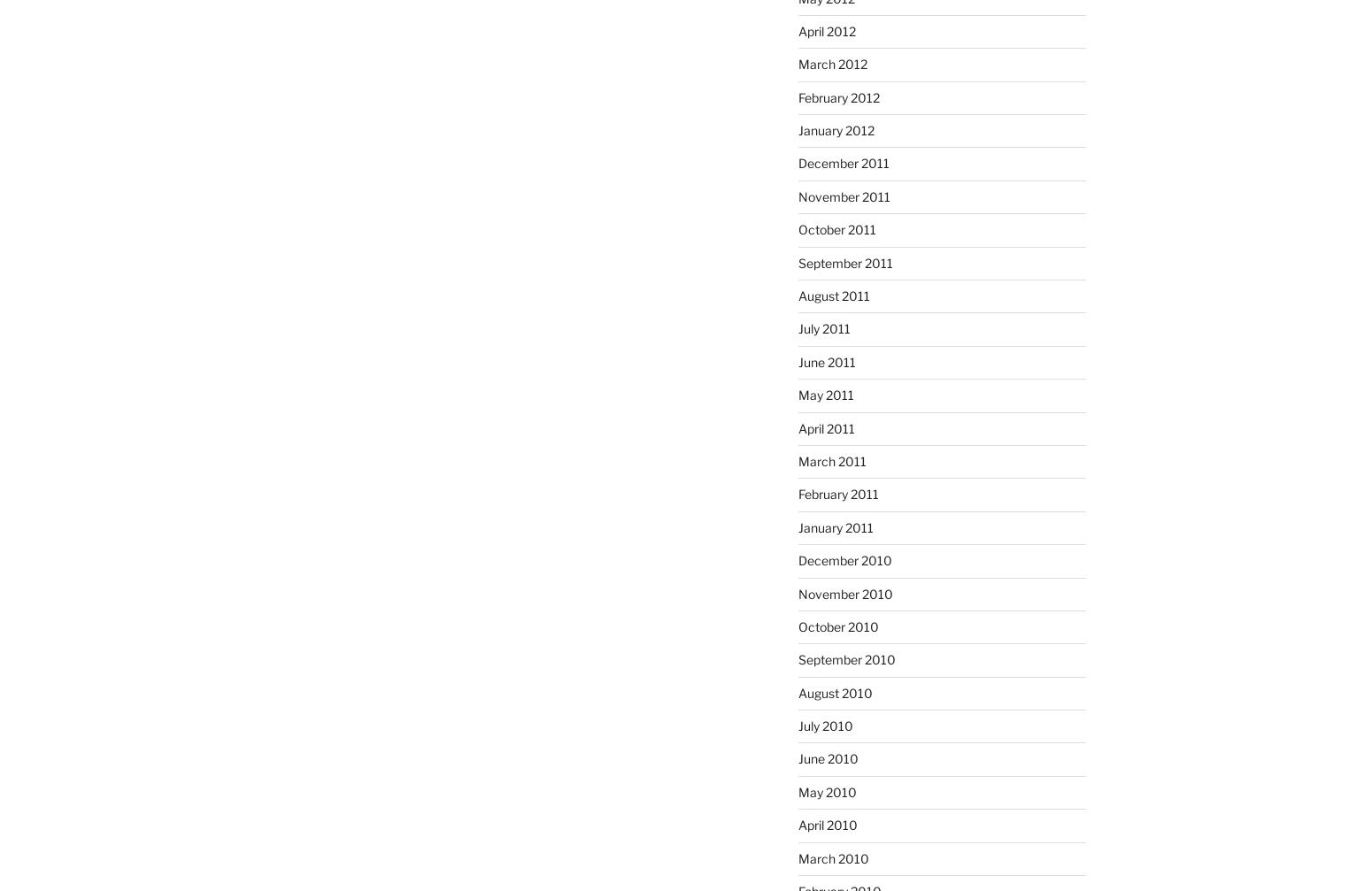 The height and width of the screenshot is (891, 1372). Describe the element at coordinates (842, 196) in the screenshot. I see `'November 2011'` at that location.